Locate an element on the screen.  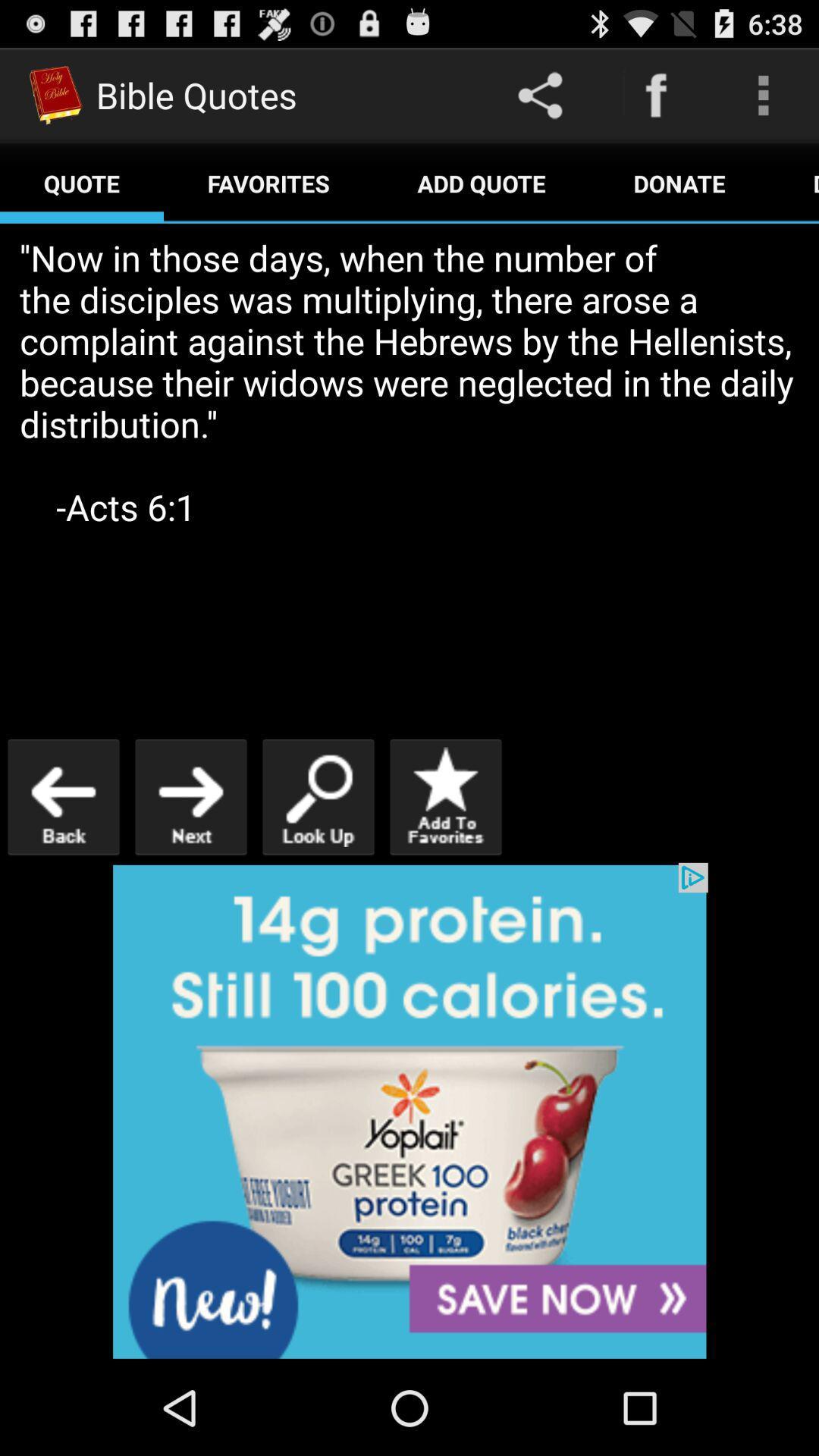
the search icon is located at coordinates (318, 852).